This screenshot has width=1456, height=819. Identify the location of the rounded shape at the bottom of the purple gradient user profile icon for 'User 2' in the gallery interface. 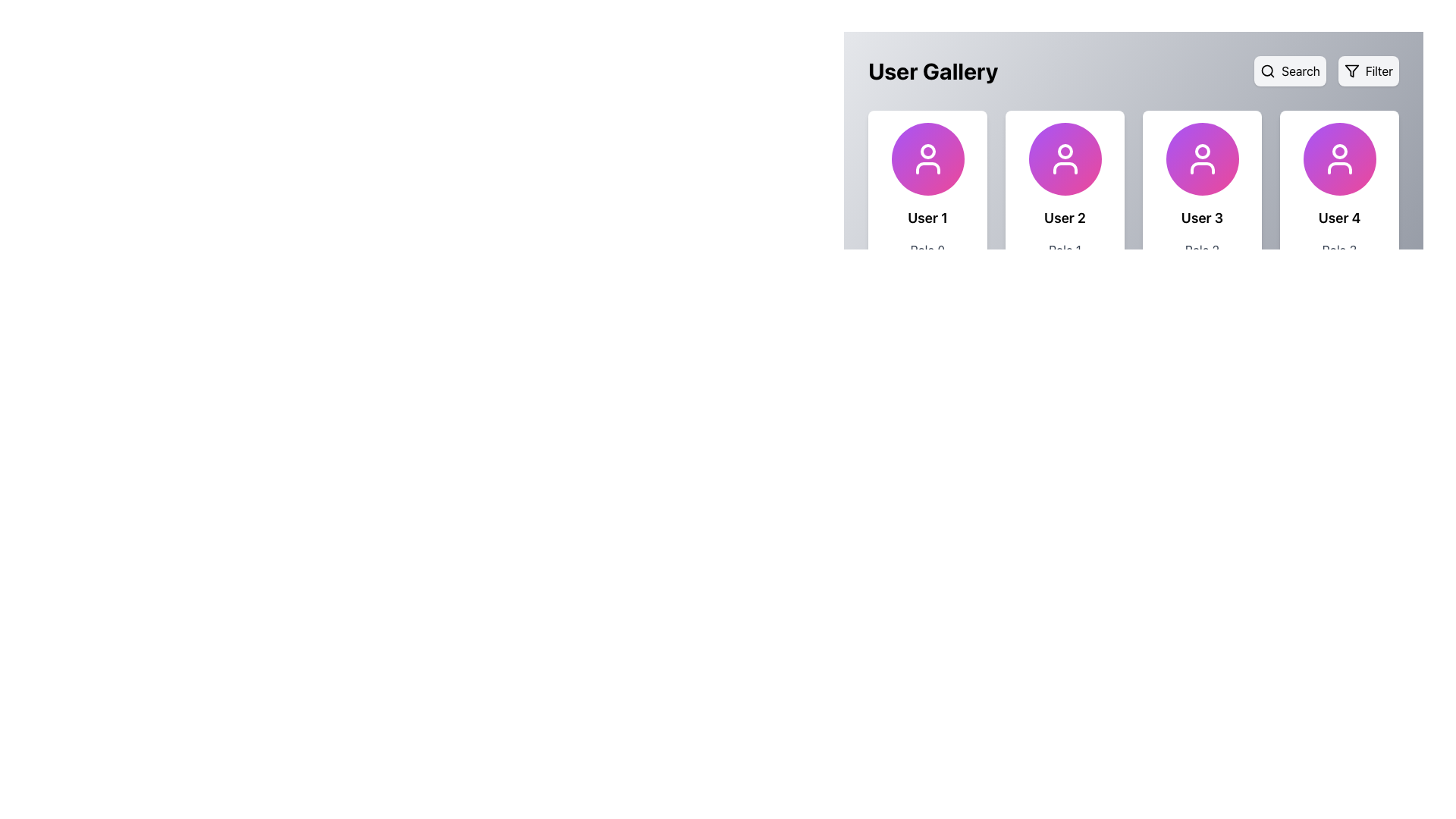
(1064, 168).